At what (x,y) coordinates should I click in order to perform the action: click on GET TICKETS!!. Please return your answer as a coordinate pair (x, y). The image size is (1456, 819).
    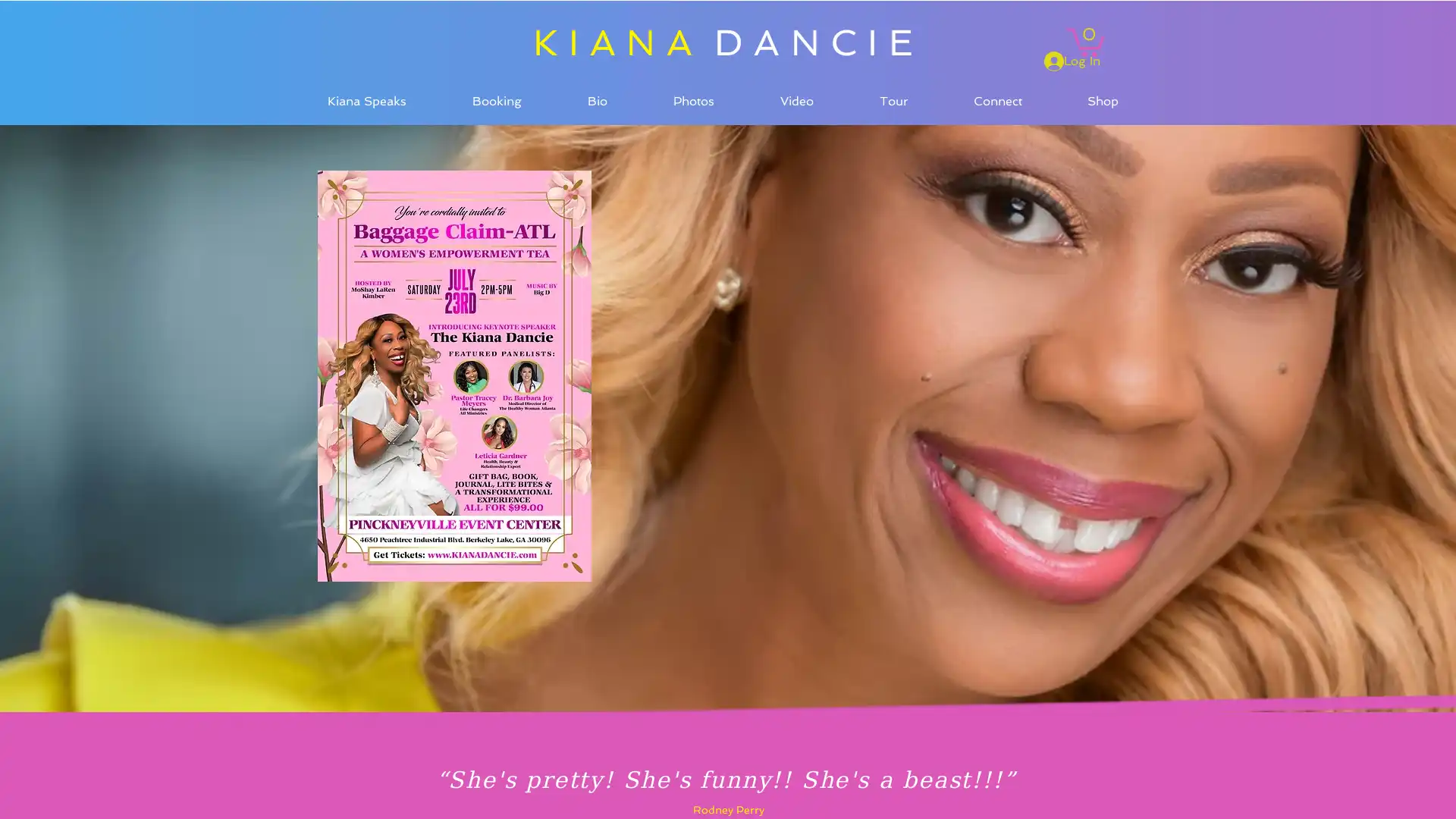
    Looking at the image, I should click on (370, 149).